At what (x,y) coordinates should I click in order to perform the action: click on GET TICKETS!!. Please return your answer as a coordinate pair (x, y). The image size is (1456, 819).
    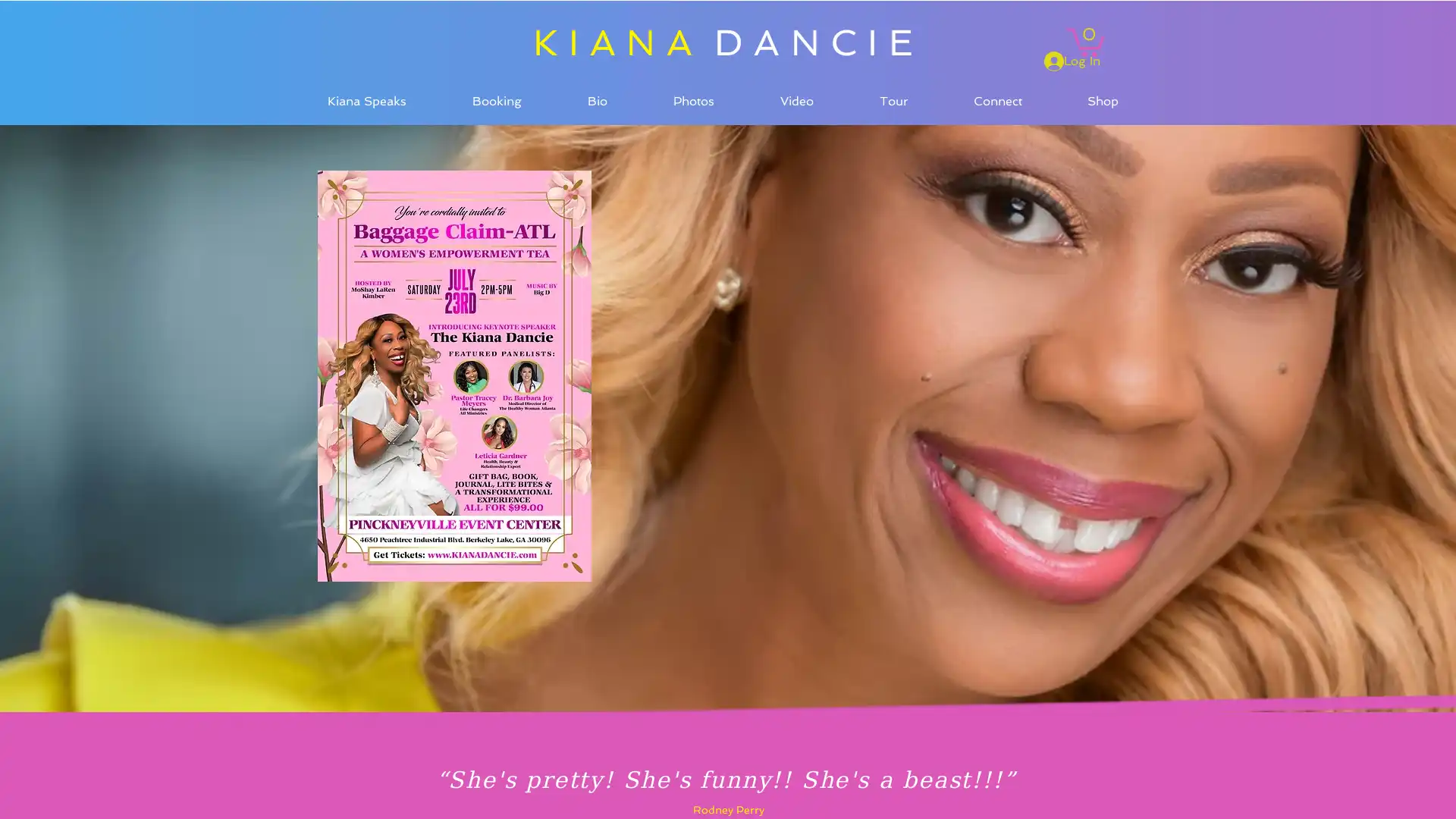
    Looking at the image, I should click on (370, 149).